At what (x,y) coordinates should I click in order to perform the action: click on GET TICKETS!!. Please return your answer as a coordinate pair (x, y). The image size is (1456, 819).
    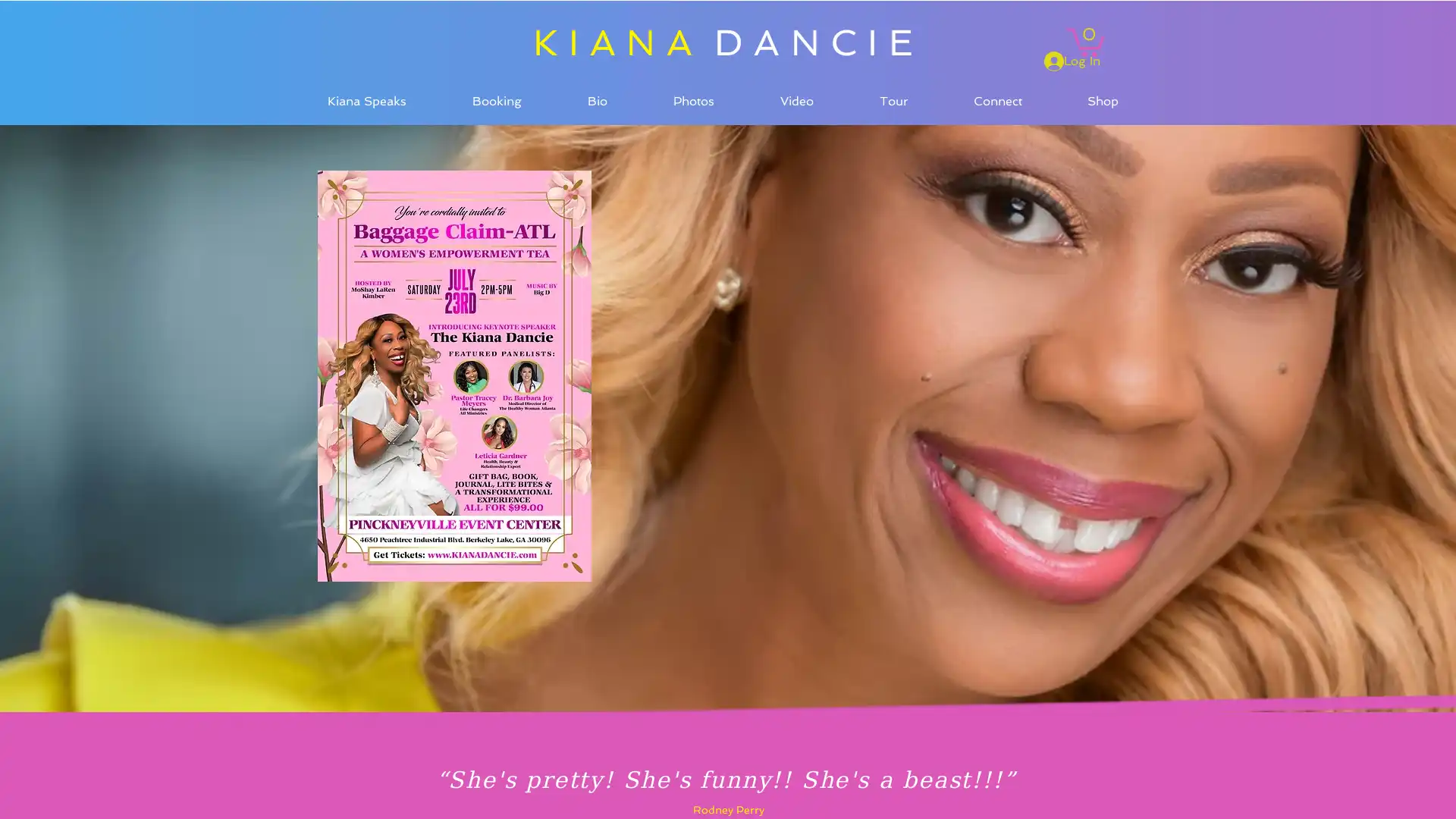
    Looking at the image, I should click on (370, 149).